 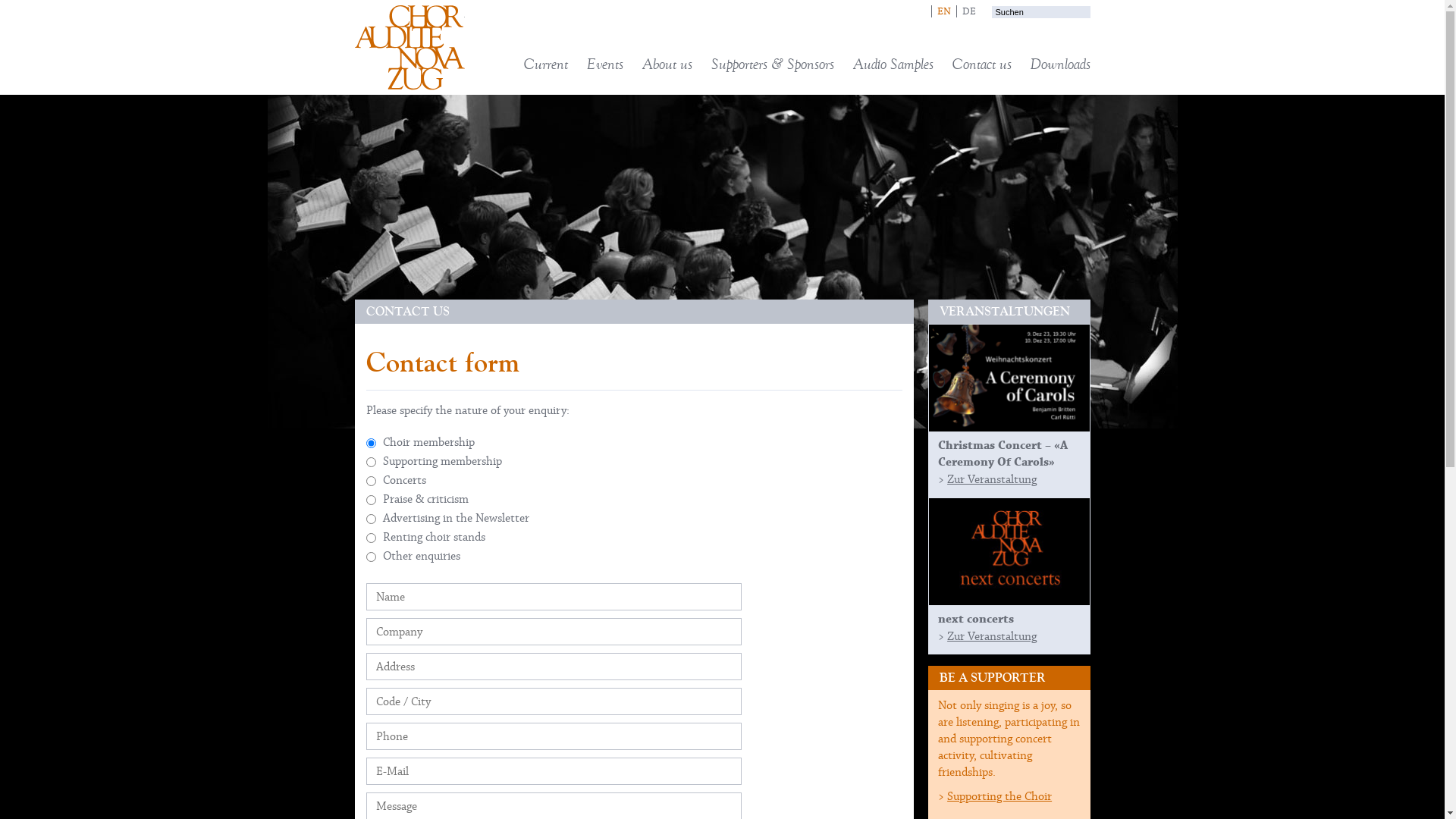 I want to click on 'Supporters & Sponsors', so click(x=772, y=63).